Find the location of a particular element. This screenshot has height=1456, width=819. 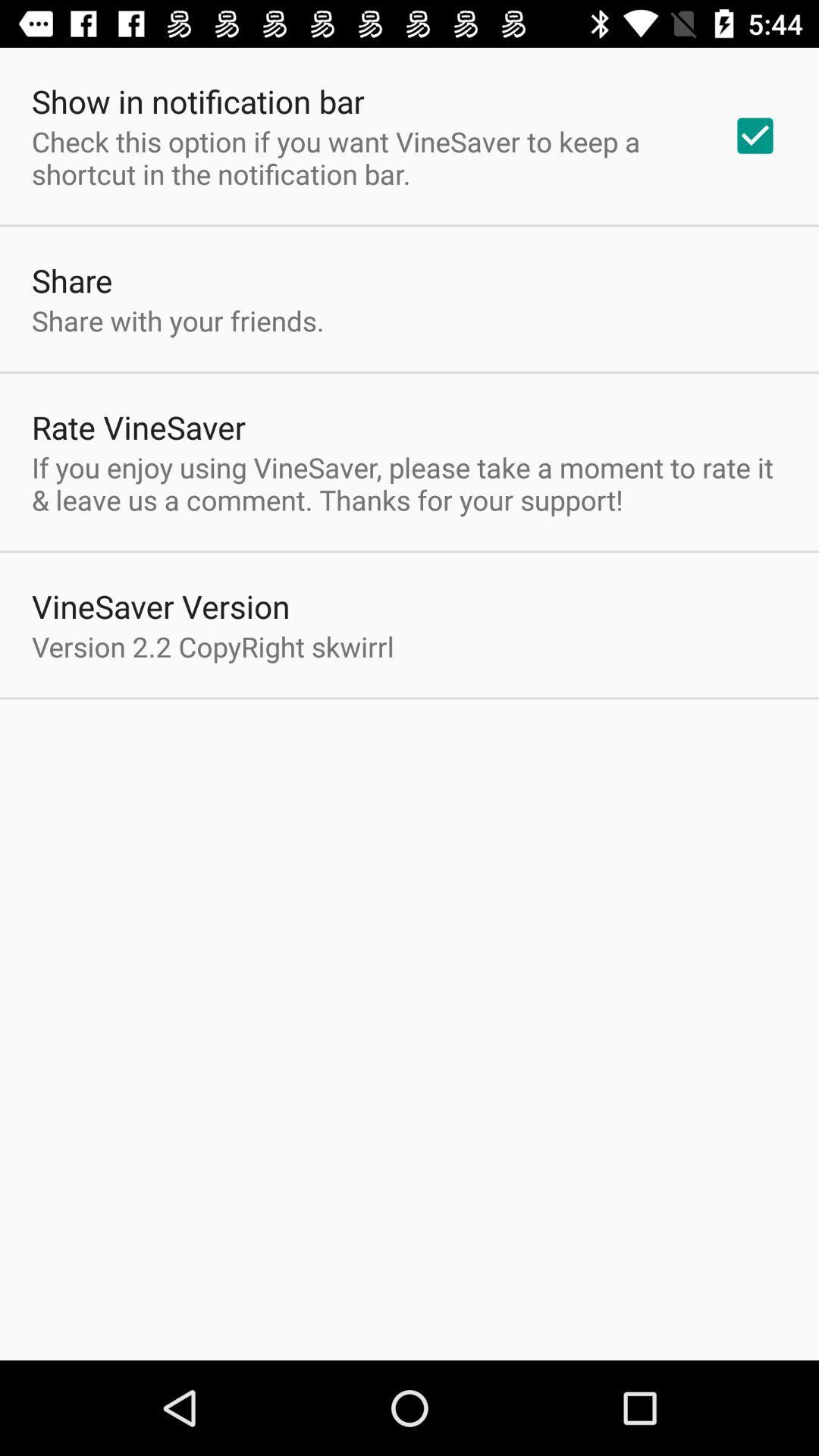

the share with your item is located at coordinates (177, 319).